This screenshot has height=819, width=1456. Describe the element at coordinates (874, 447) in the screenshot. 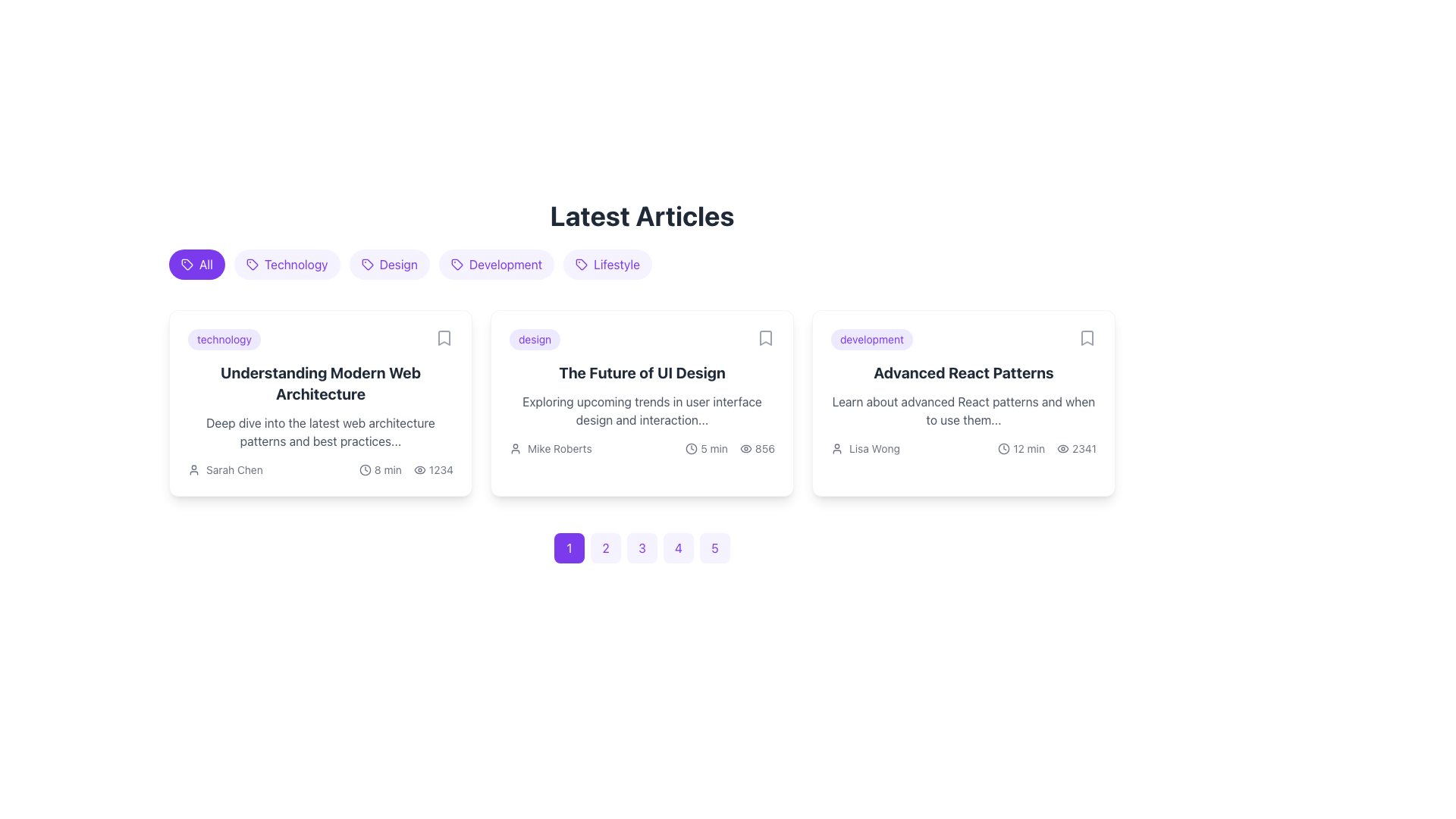

I see `the text label 'Lisa Wong' located in the 'Advanced React Patterns' card, positioned beneath the article description and to the right of a user icon` at that location.